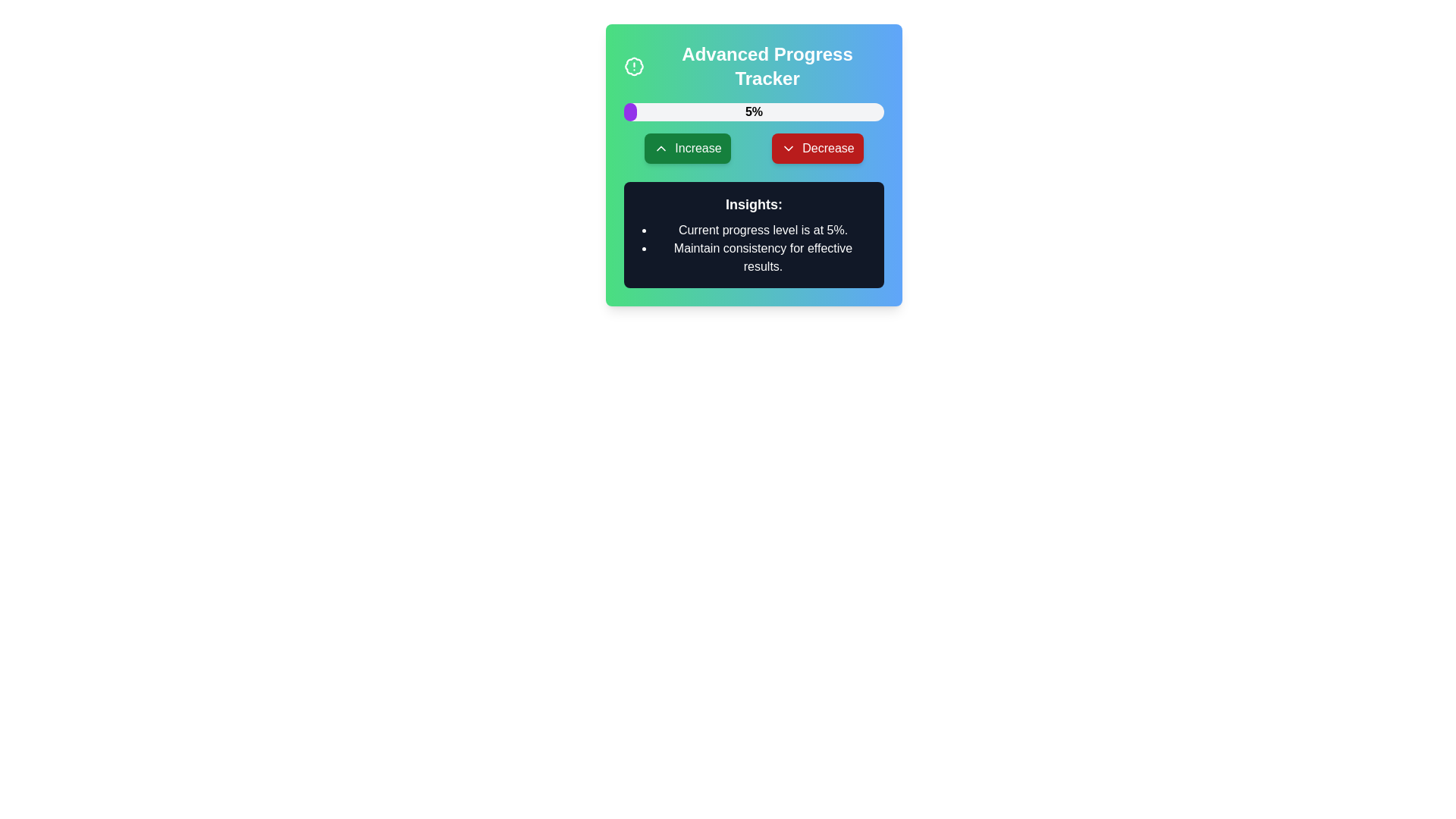 This screenshot has width=1456, height=819. What do you see at coordinates (630, 111) in the screenshot?
I see `the small purple rectangle representing the progress bar indicator, which is located at the leftmost part of the horizontal progress bar beneath the 'Advanced Progress Tracker' title` at bounding box center [630, 111].